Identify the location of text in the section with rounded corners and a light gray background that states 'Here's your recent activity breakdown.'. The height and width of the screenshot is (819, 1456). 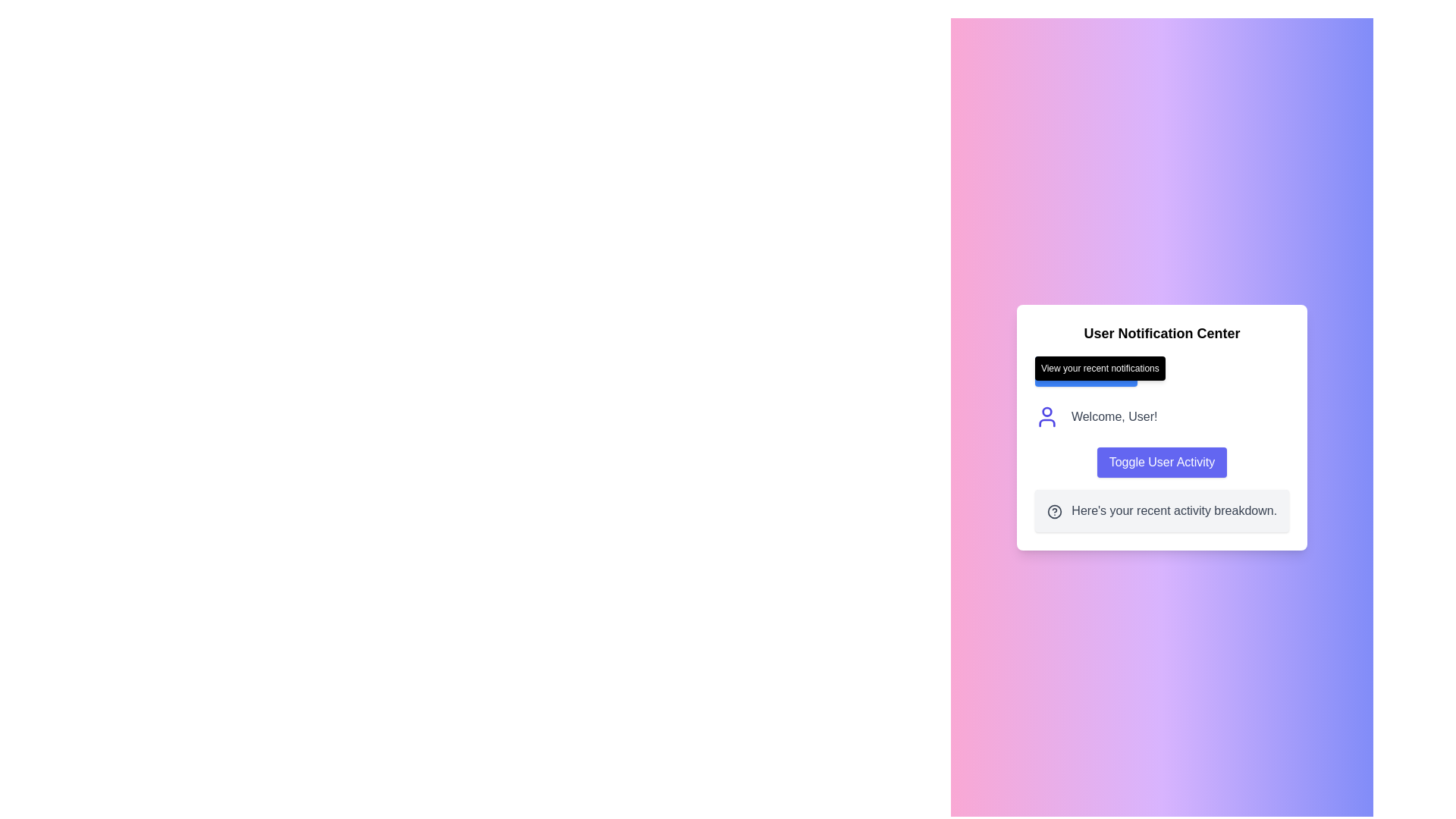
(1161, 511).